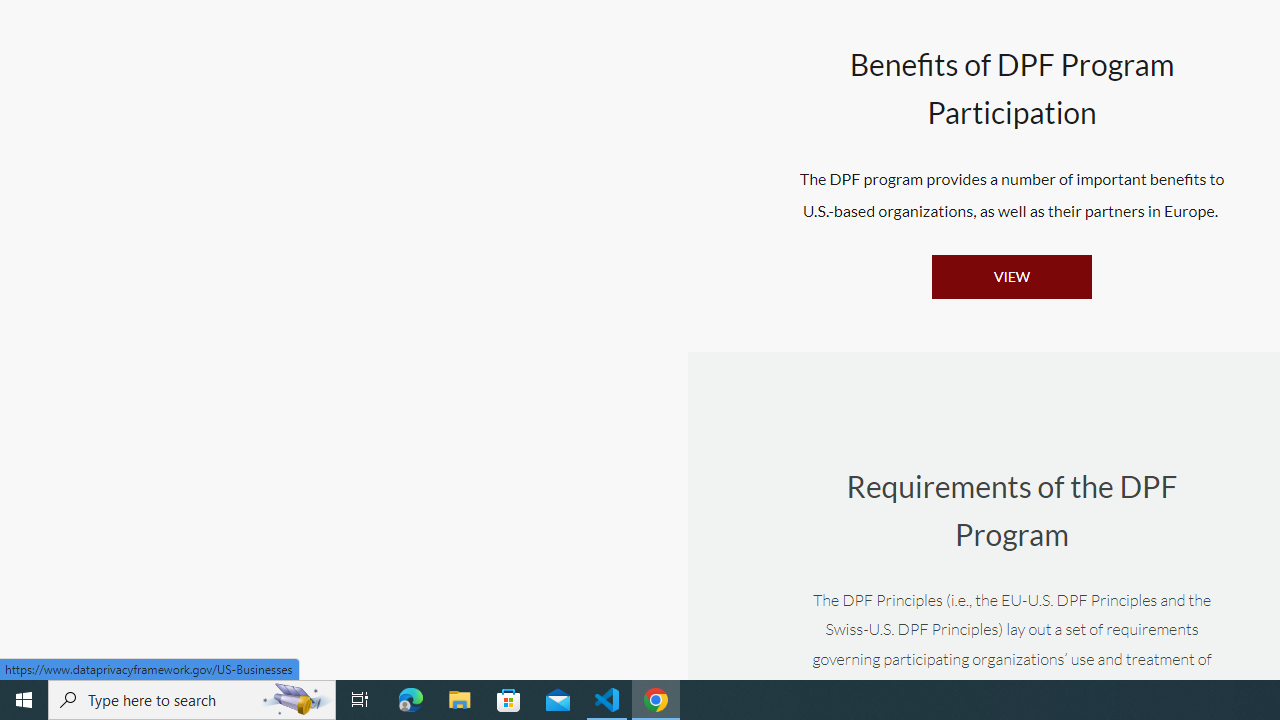  Describe the element at coordinates (1011, 276) in the screenshot. I see `'VIEW'` at that location.